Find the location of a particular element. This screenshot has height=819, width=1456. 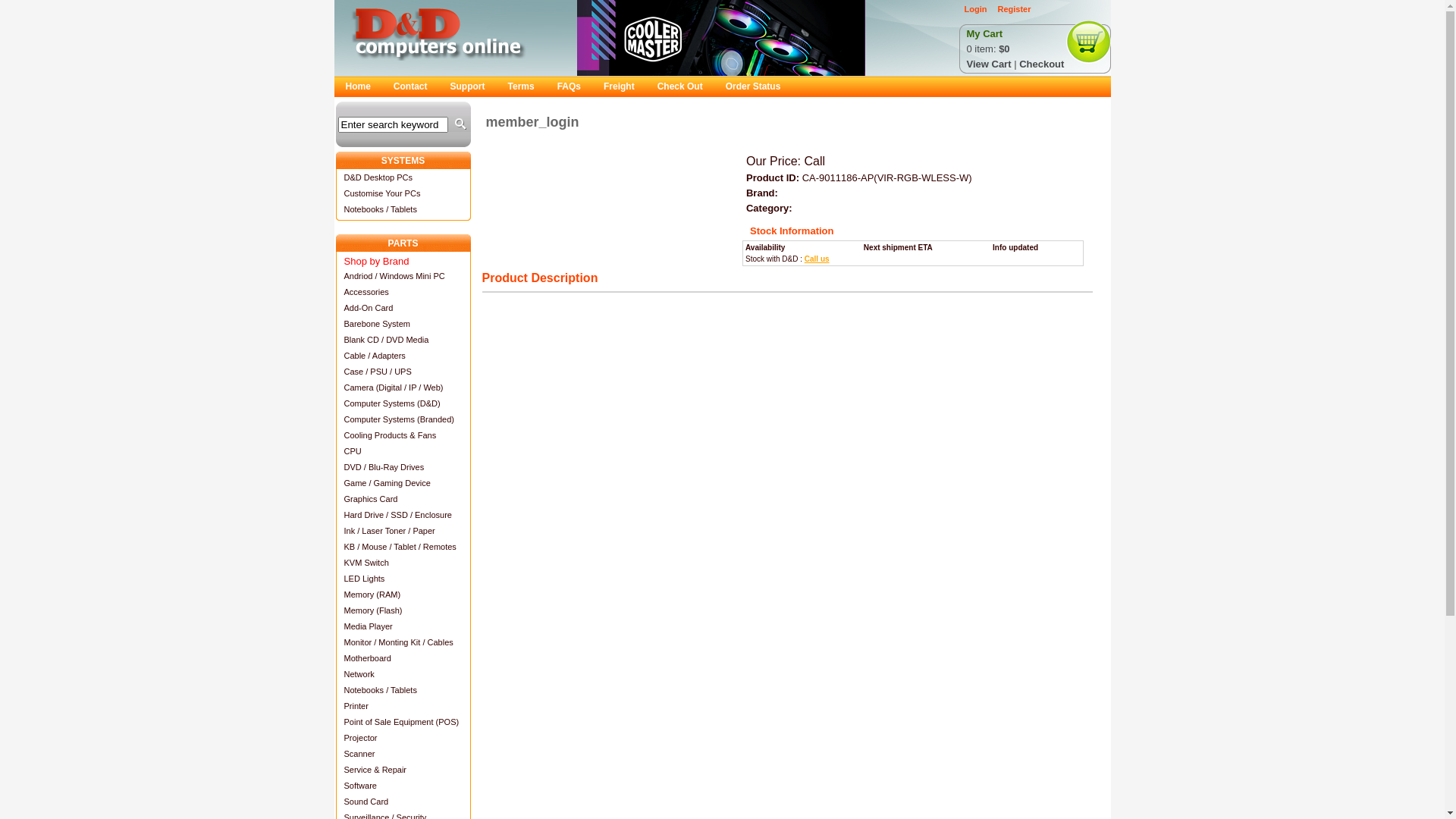

'Software' is located at coordinates (403, 785).